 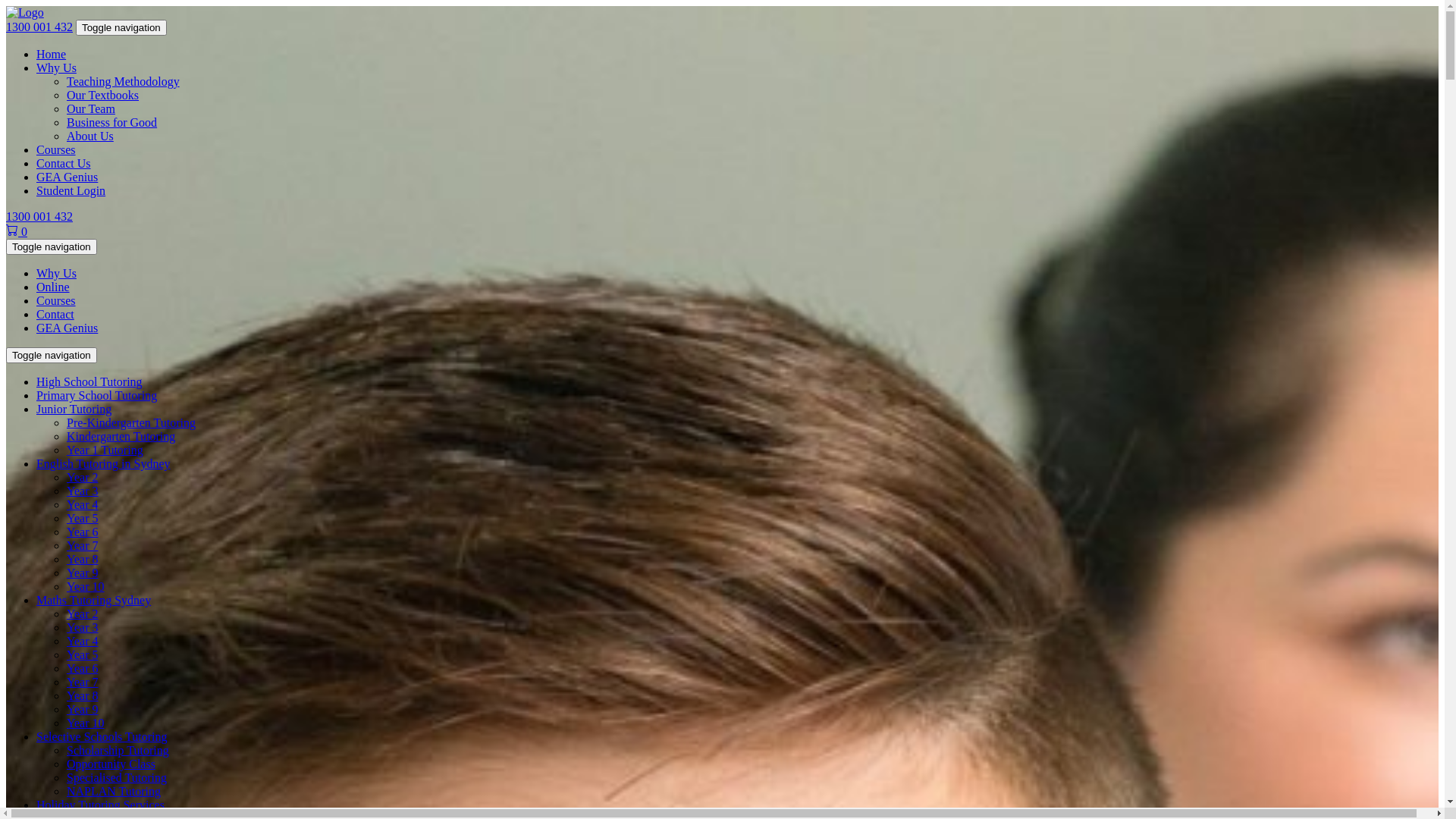 What do you see at coordinates (36, 408) in the screenshot?
I see `'Junior Tutoring'` at bounding box center [36, 408].